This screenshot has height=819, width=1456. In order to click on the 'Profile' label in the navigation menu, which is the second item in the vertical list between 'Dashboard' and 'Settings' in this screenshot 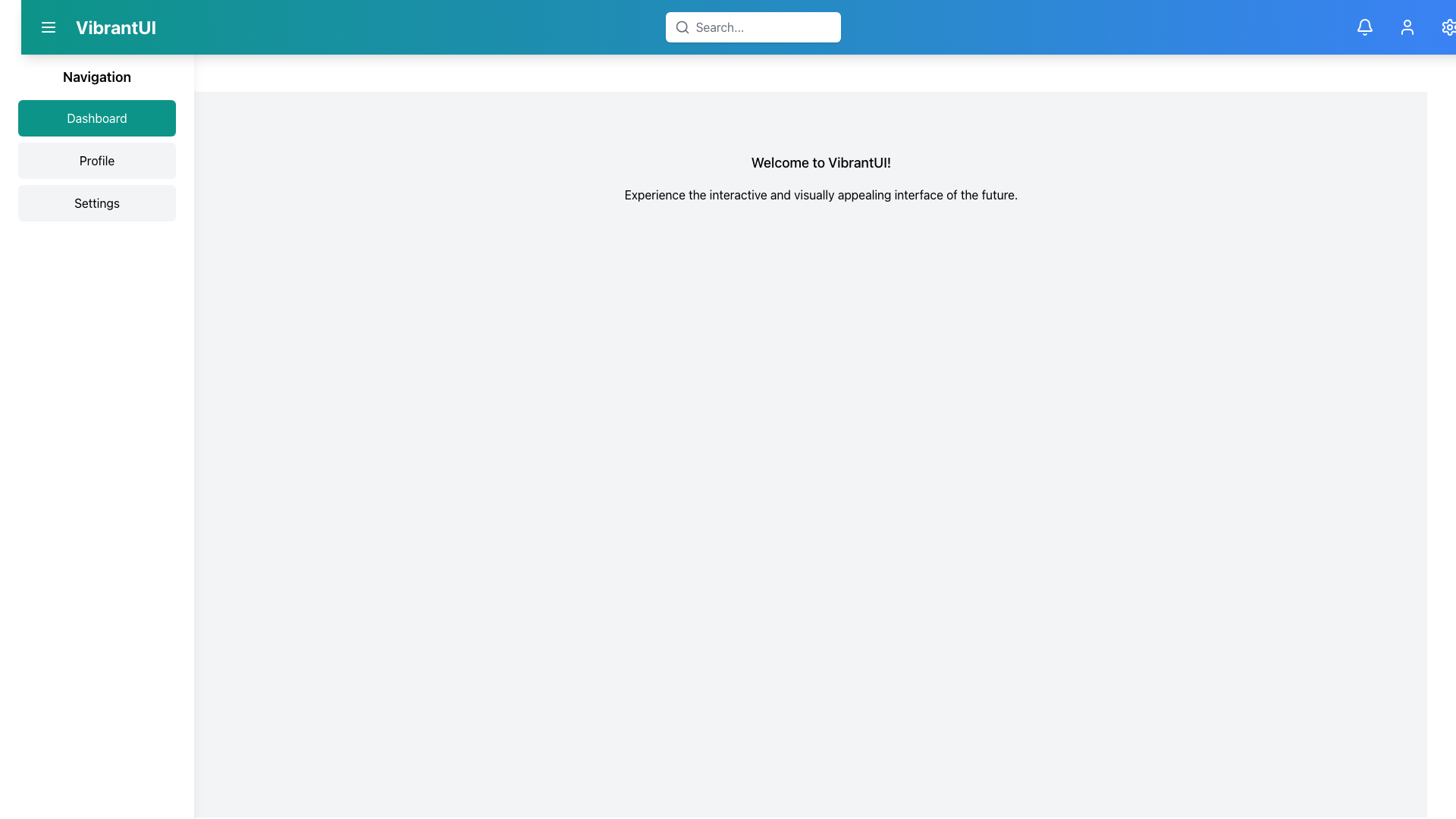, I will do `click(96, 161)`.